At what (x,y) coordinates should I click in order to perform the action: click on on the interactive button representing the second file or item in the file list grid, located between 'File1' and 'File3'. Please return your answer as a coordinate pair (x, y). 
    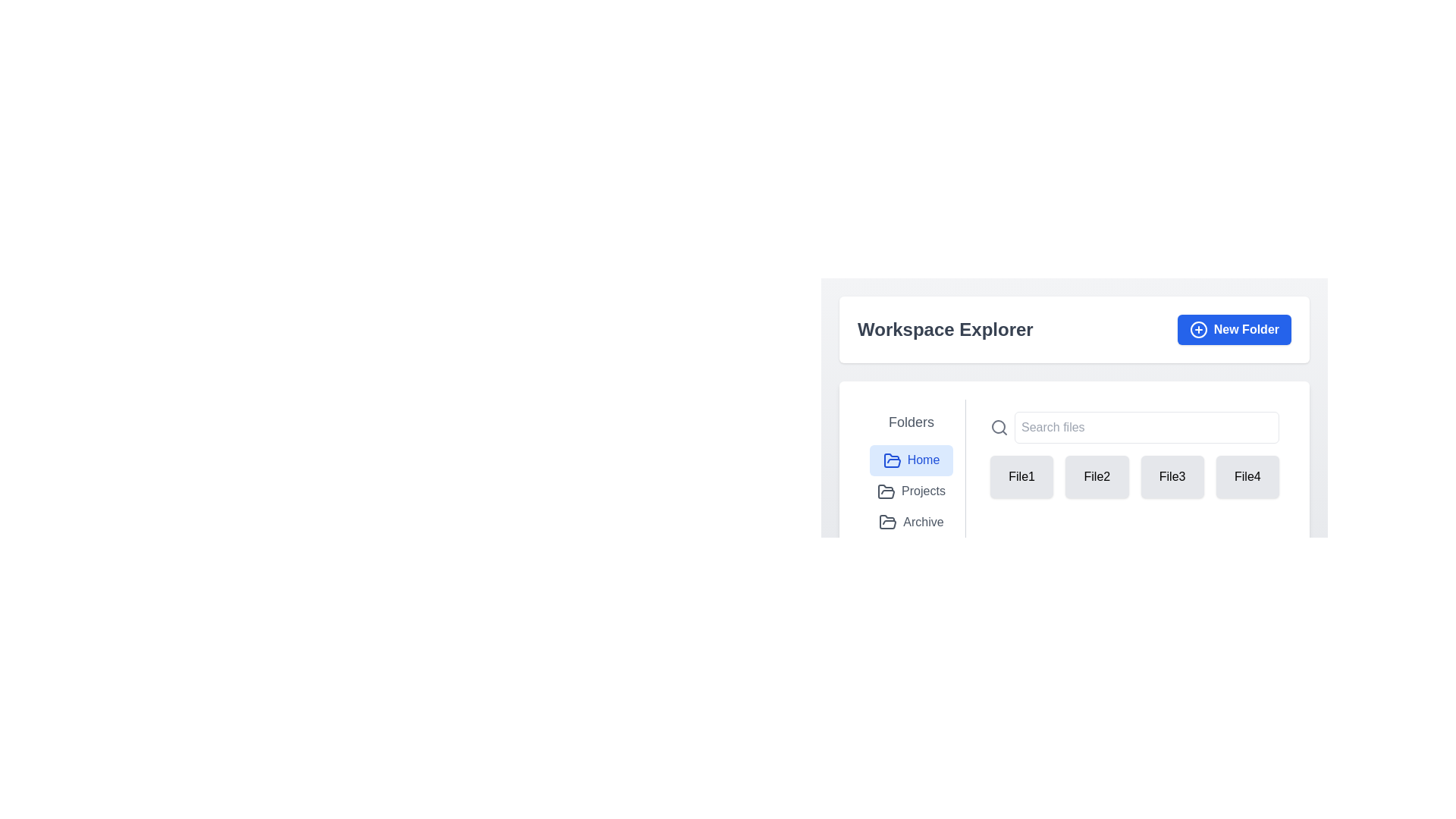
    Looking at the image, I should click on (1073, 473).